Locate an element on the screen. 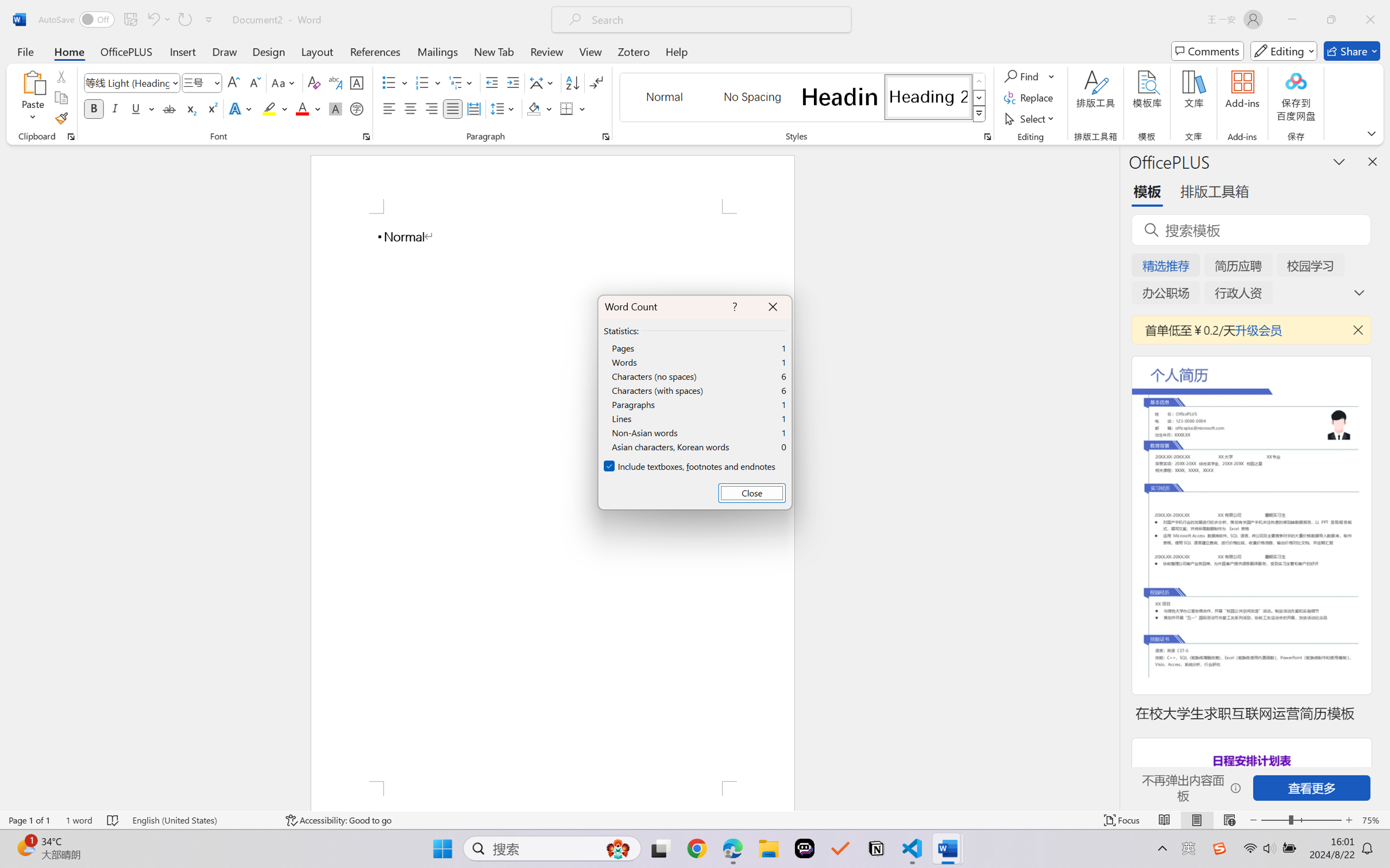 This screenshot has height=868, width=1390. 'Draw' is located at coordinates (225, 51).